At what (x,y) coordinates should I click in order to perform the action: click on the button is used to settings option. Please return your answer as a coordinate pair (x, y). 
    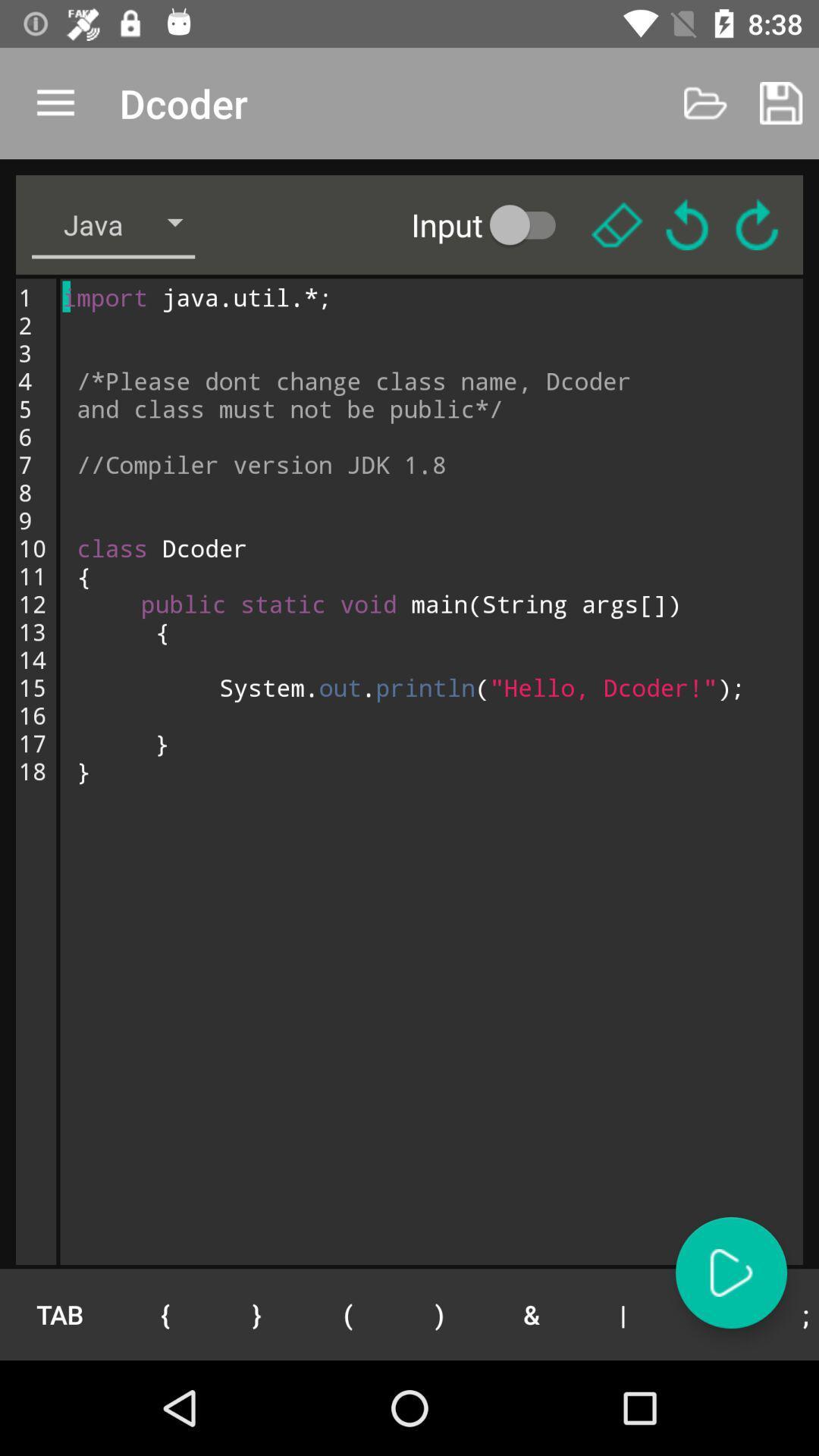
    Looking at the image, I should click on (617, 224).